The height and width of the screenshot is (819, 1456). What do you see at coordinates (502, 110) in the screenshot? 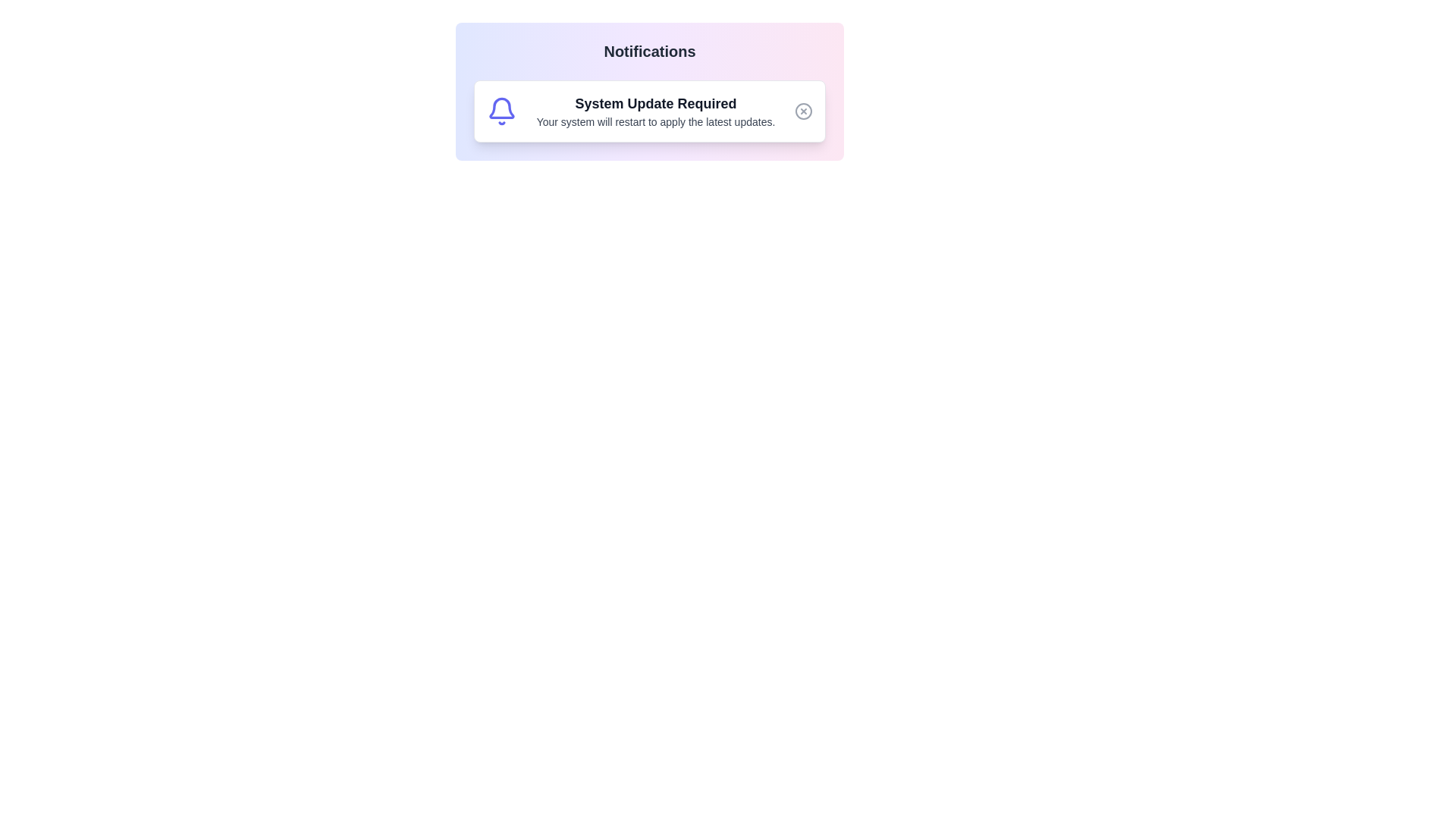
I see `the bell icon representing notifications, which is indigo in color and located next to the text 'System Update Required' in a notification card` at bounding box center [502, 110].